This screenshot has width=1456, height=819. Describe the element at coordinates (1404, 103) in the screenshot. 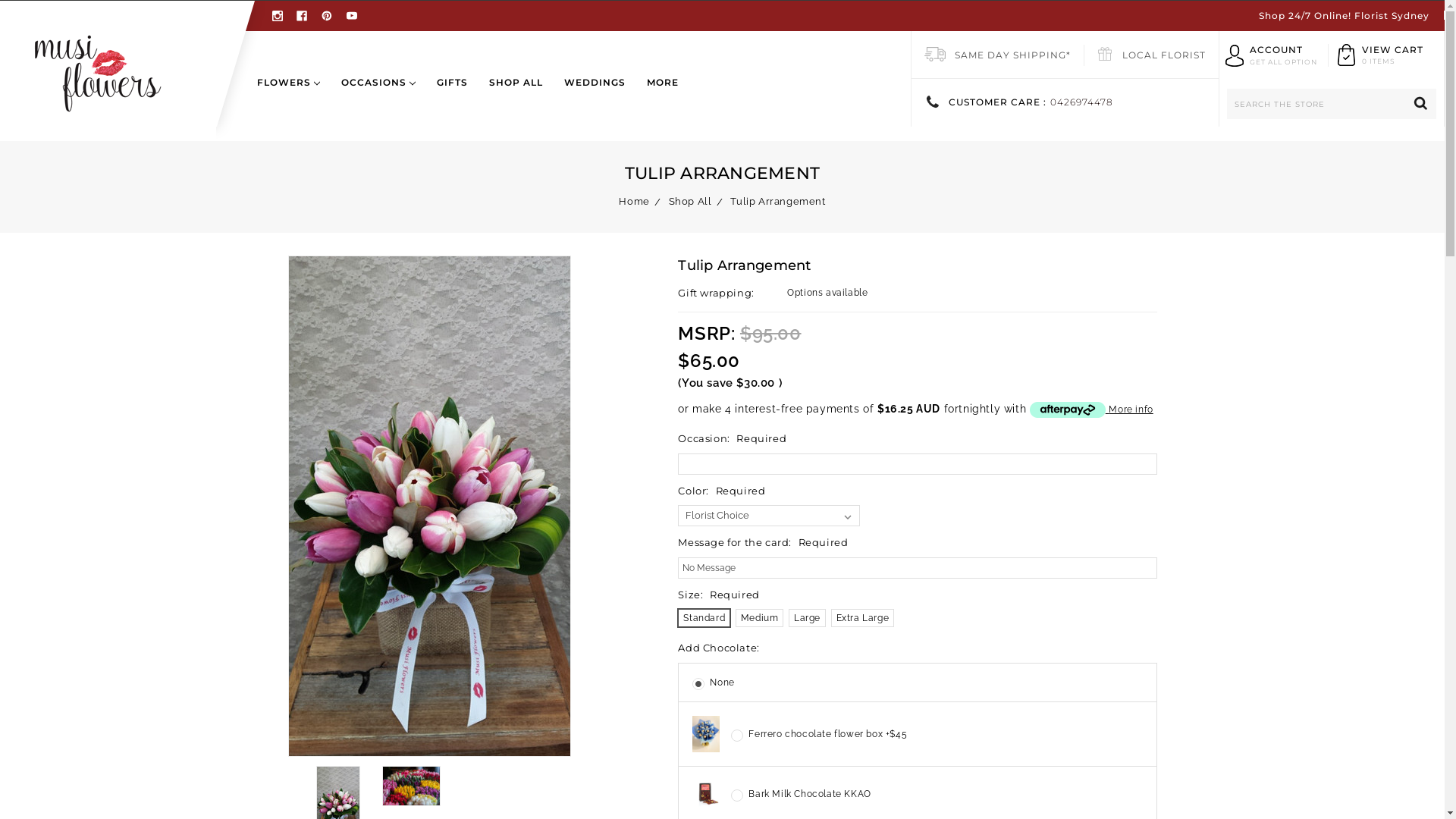

I see `'Search'` at that location.